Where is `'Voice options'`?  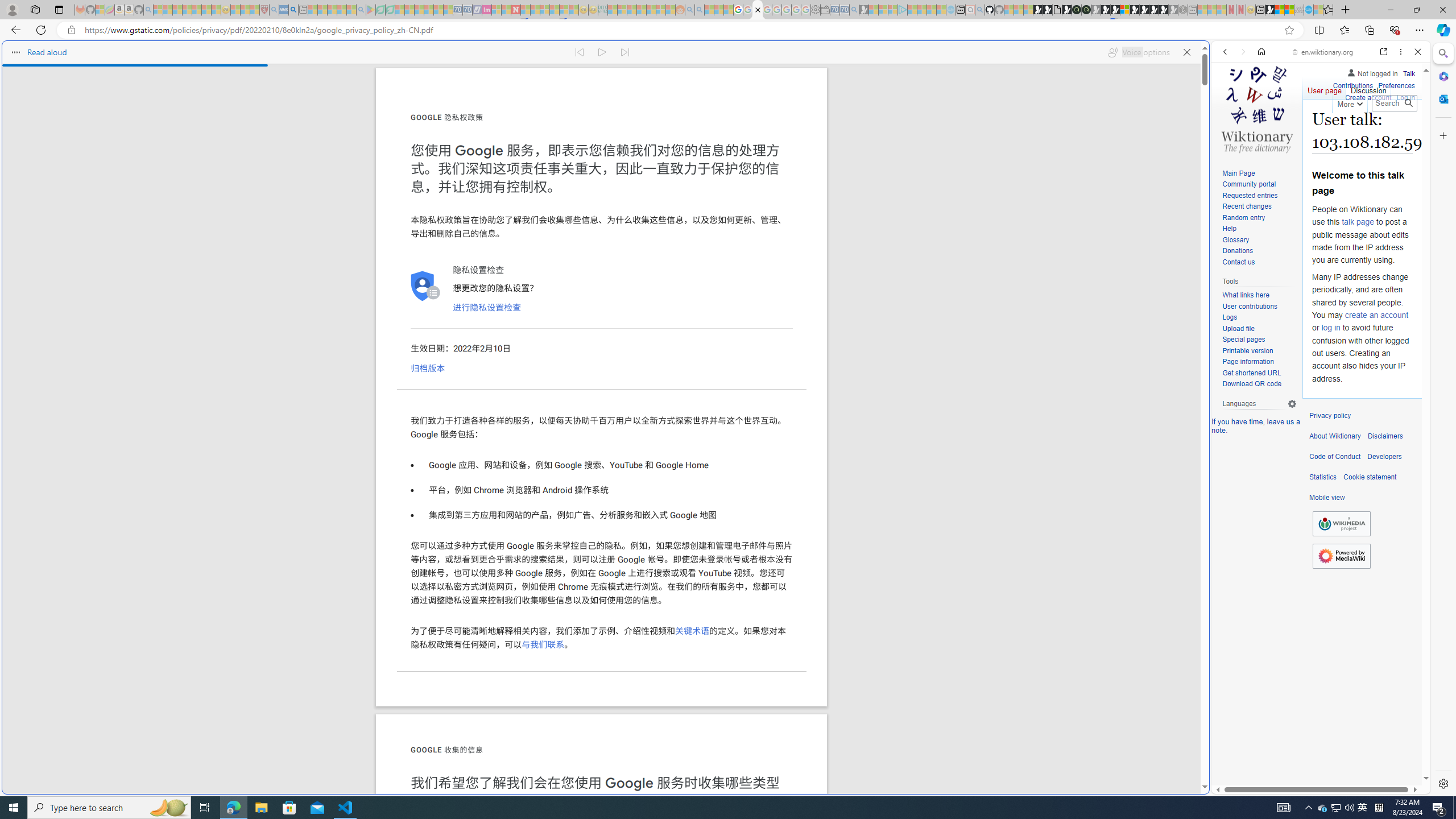
'Voice options' is located at coordinates (1138, 52).